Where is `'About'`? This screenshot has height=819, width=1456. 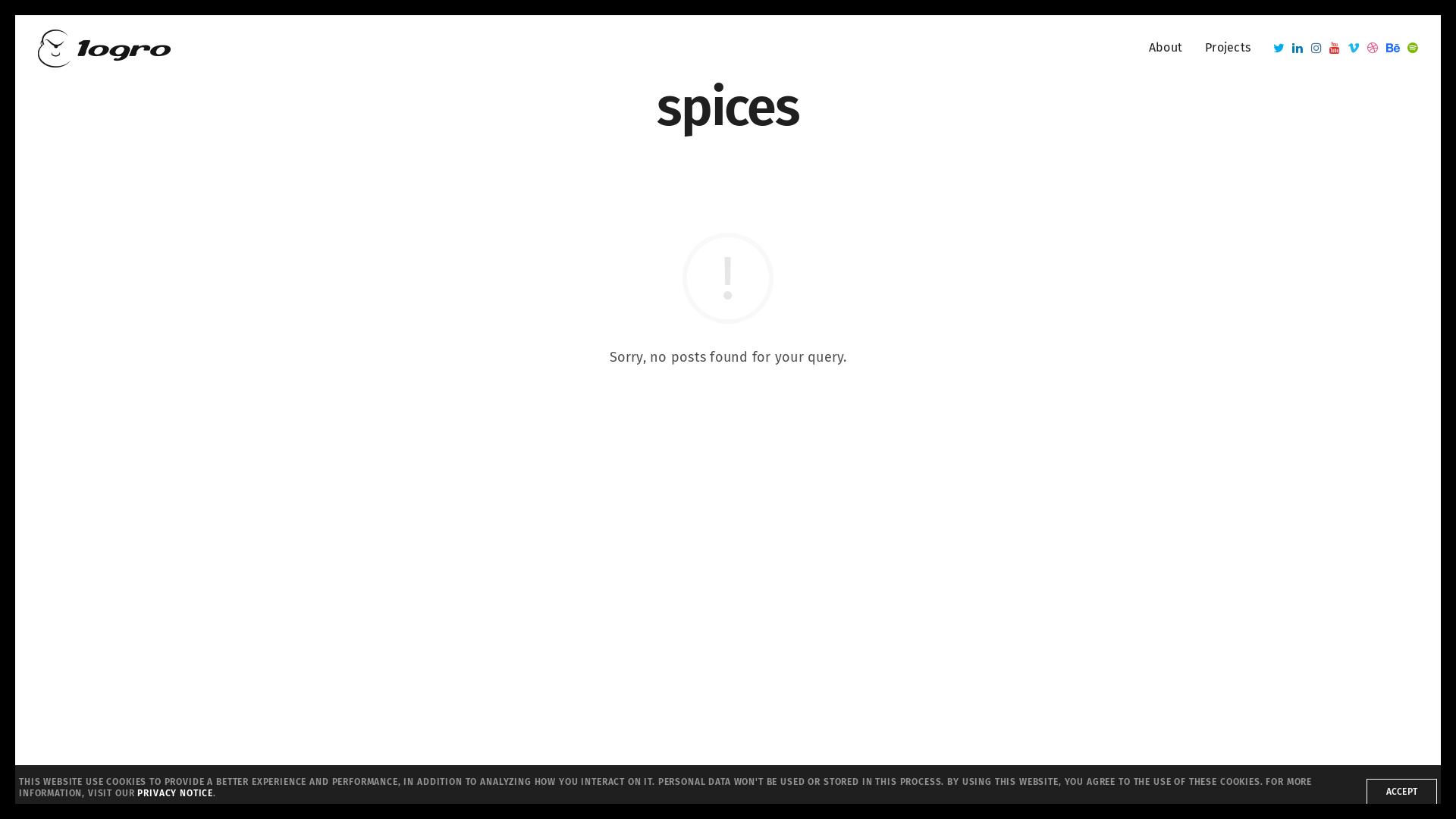 'About' is located at coordinates (1164, 47).